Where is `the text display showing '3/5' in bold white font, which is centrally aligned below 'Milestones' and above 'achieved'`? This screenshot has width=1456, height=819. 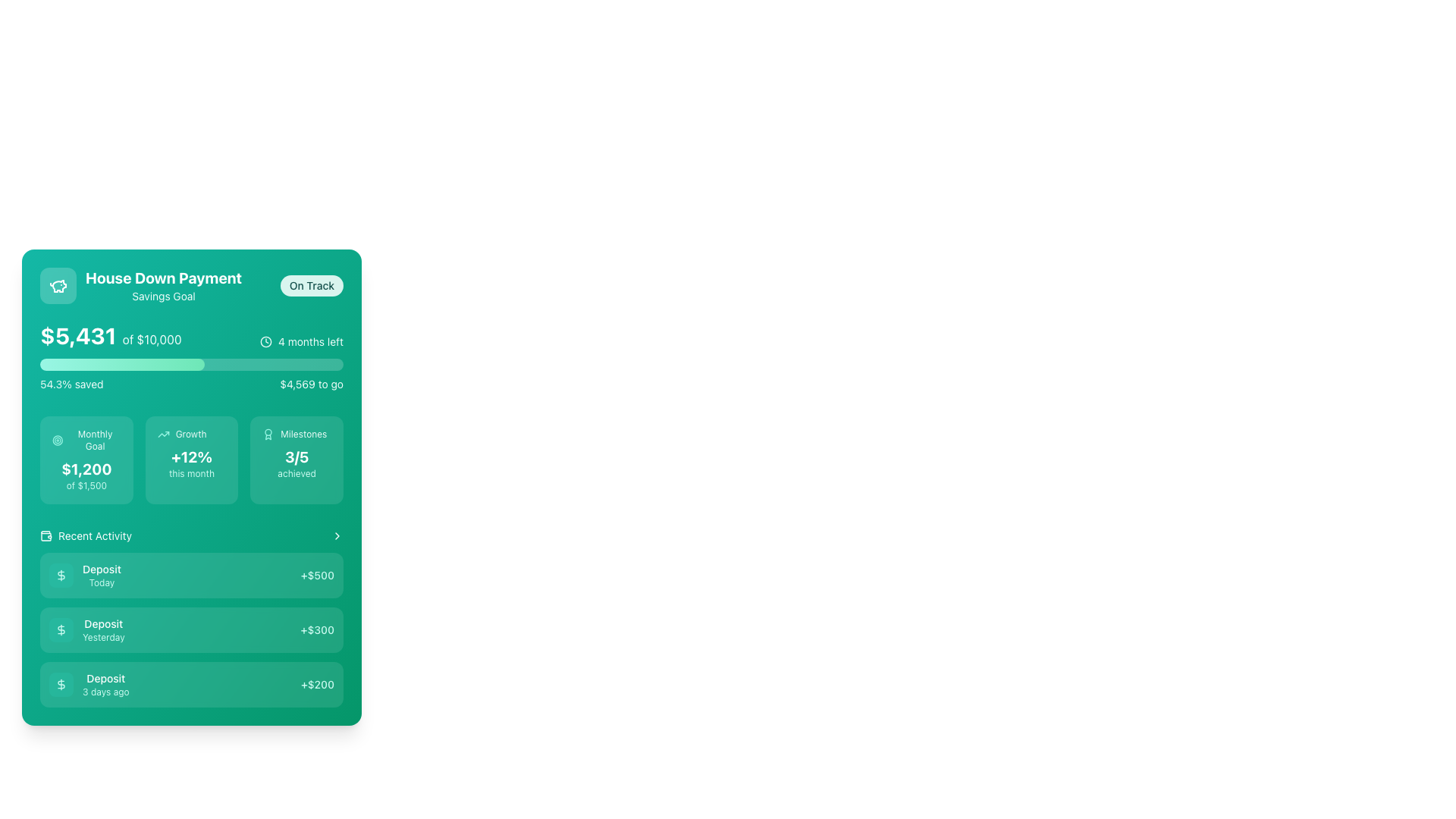
the text display showing '3/5' in bold white font, which is centrally aligned below 'Milestones' and above 'achieved' is located at coordinates (297, 456).